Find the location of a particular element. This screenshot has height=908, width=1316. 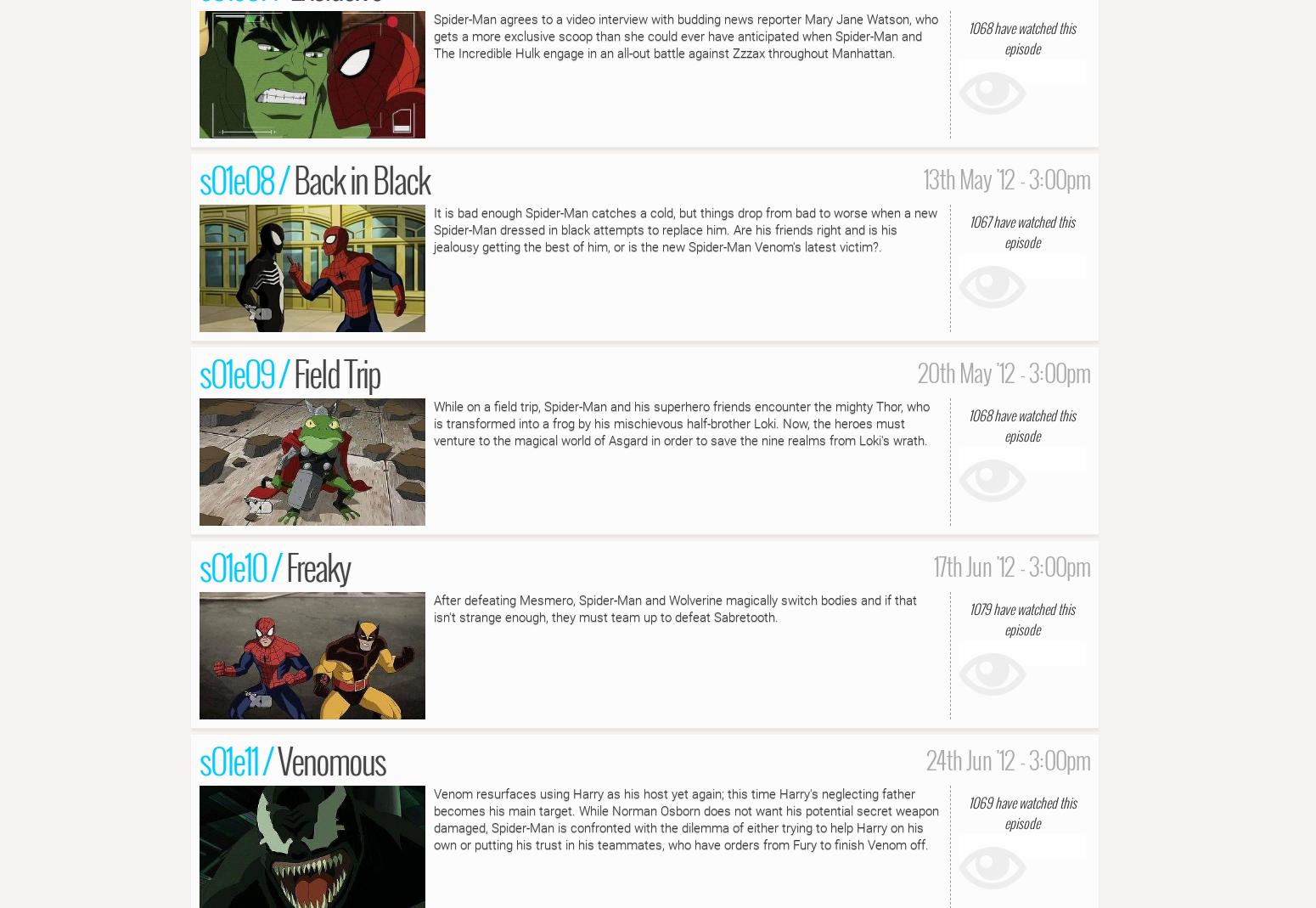

'1079' is located at coordinates (979, 607).